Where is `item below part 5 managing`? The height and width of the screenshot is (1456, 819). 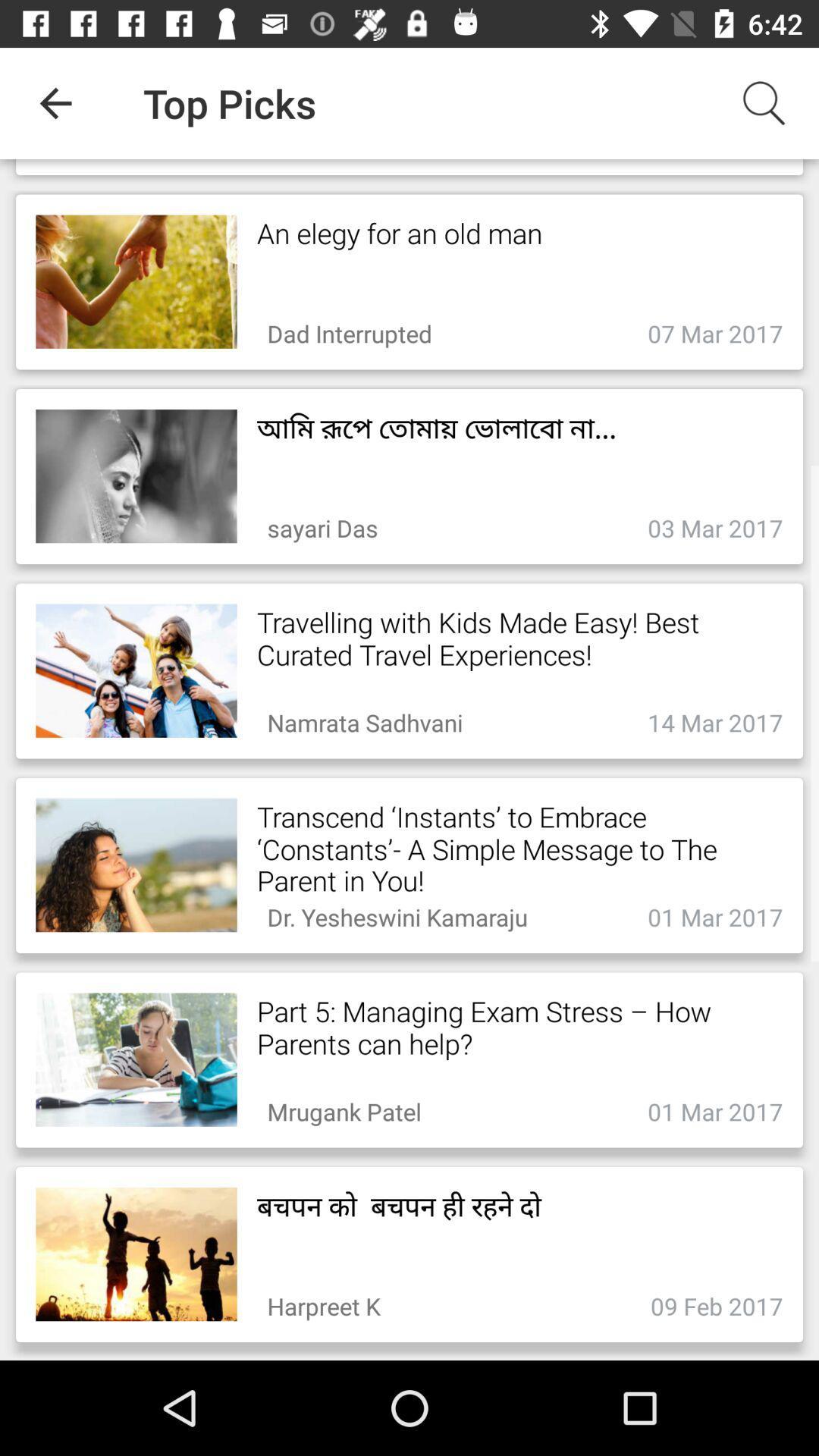 item below part 5 managing is located at coordinates (344, 1107).